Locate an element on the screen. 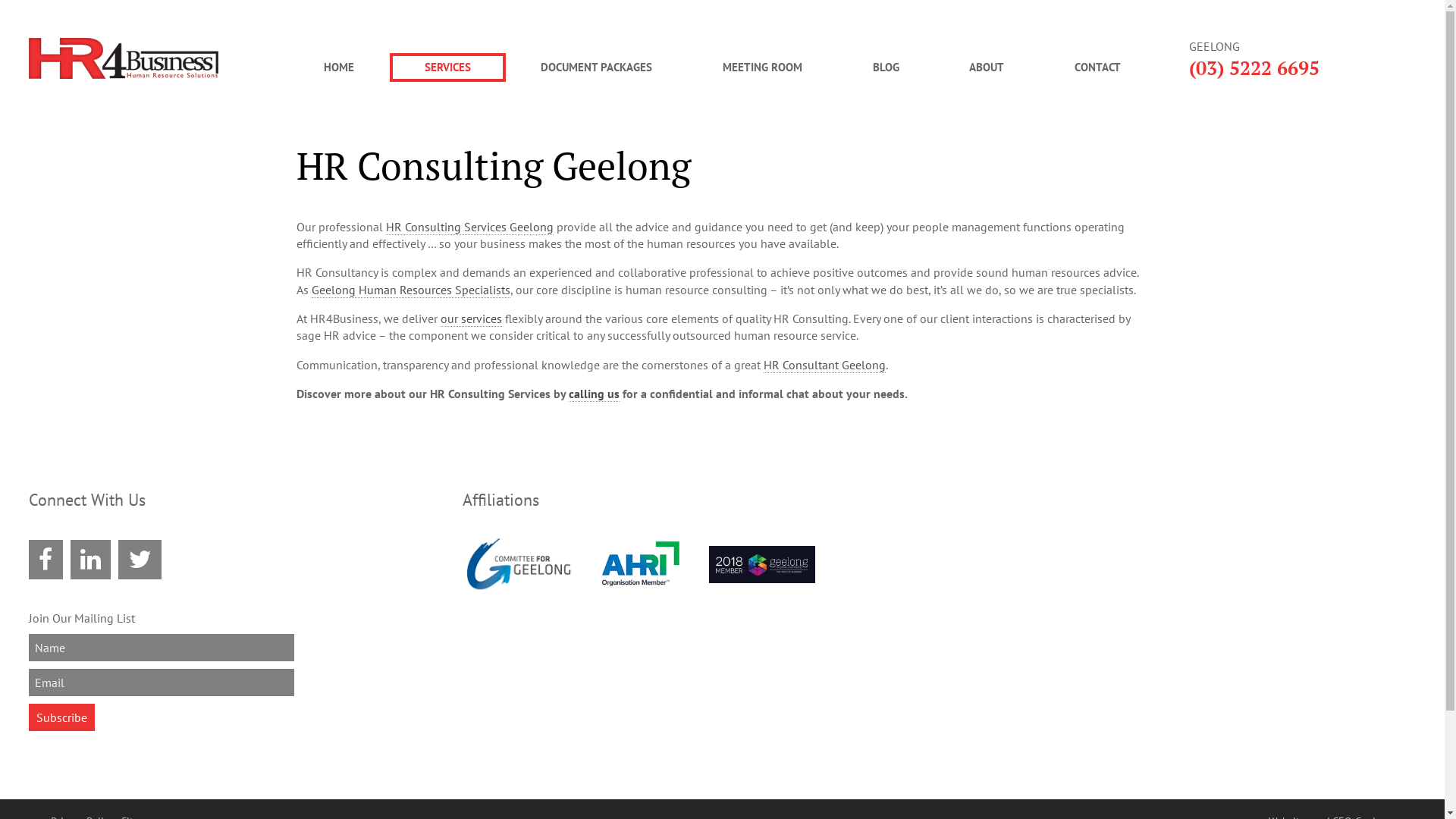  'Geelong Human Resources Specialists' is located at coordinates (411, 290).